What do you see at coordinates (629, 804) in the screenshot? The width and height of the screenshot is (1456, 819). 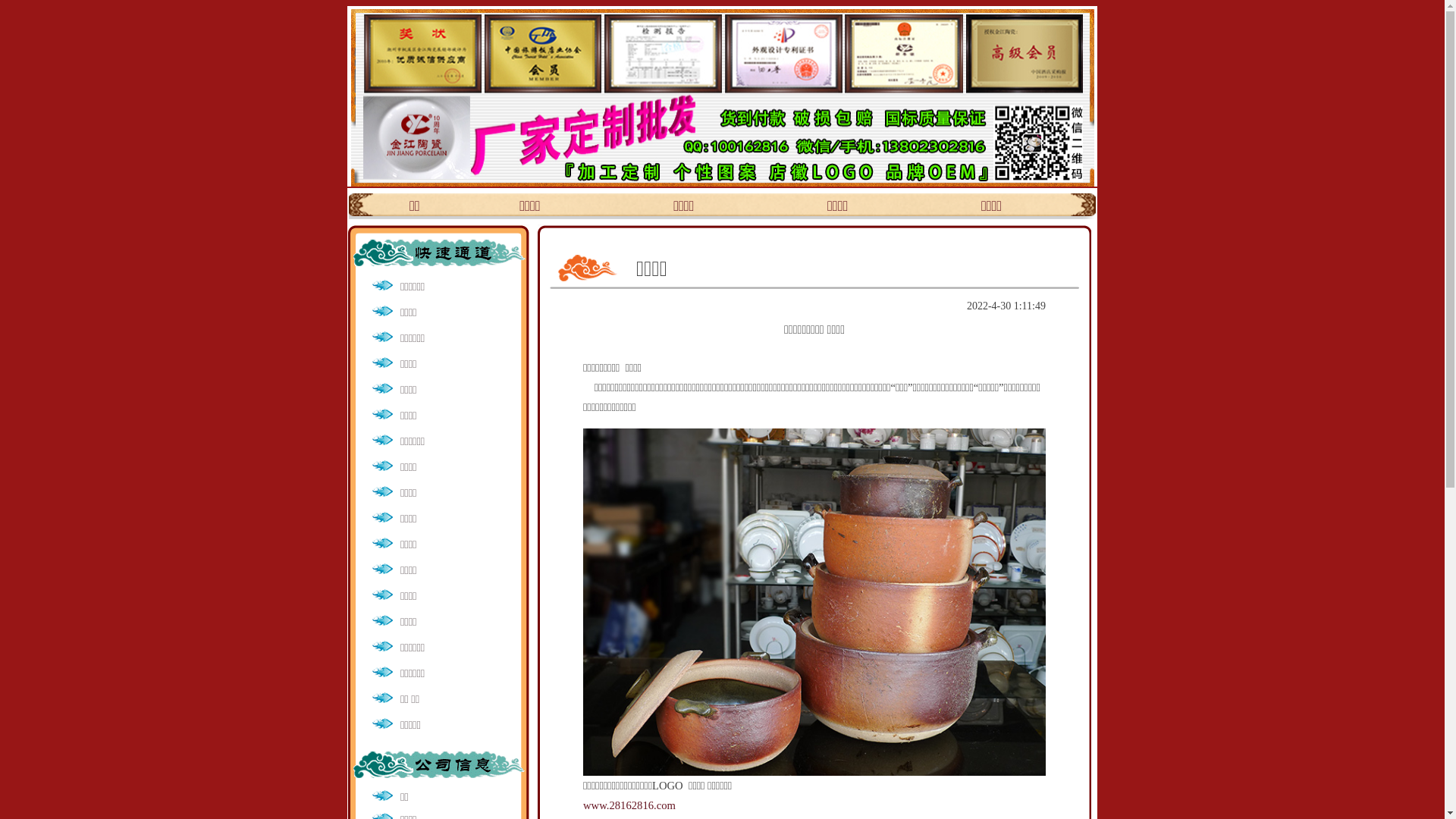 I see `'www.28162816.com'` at bounding box center [629, 804].